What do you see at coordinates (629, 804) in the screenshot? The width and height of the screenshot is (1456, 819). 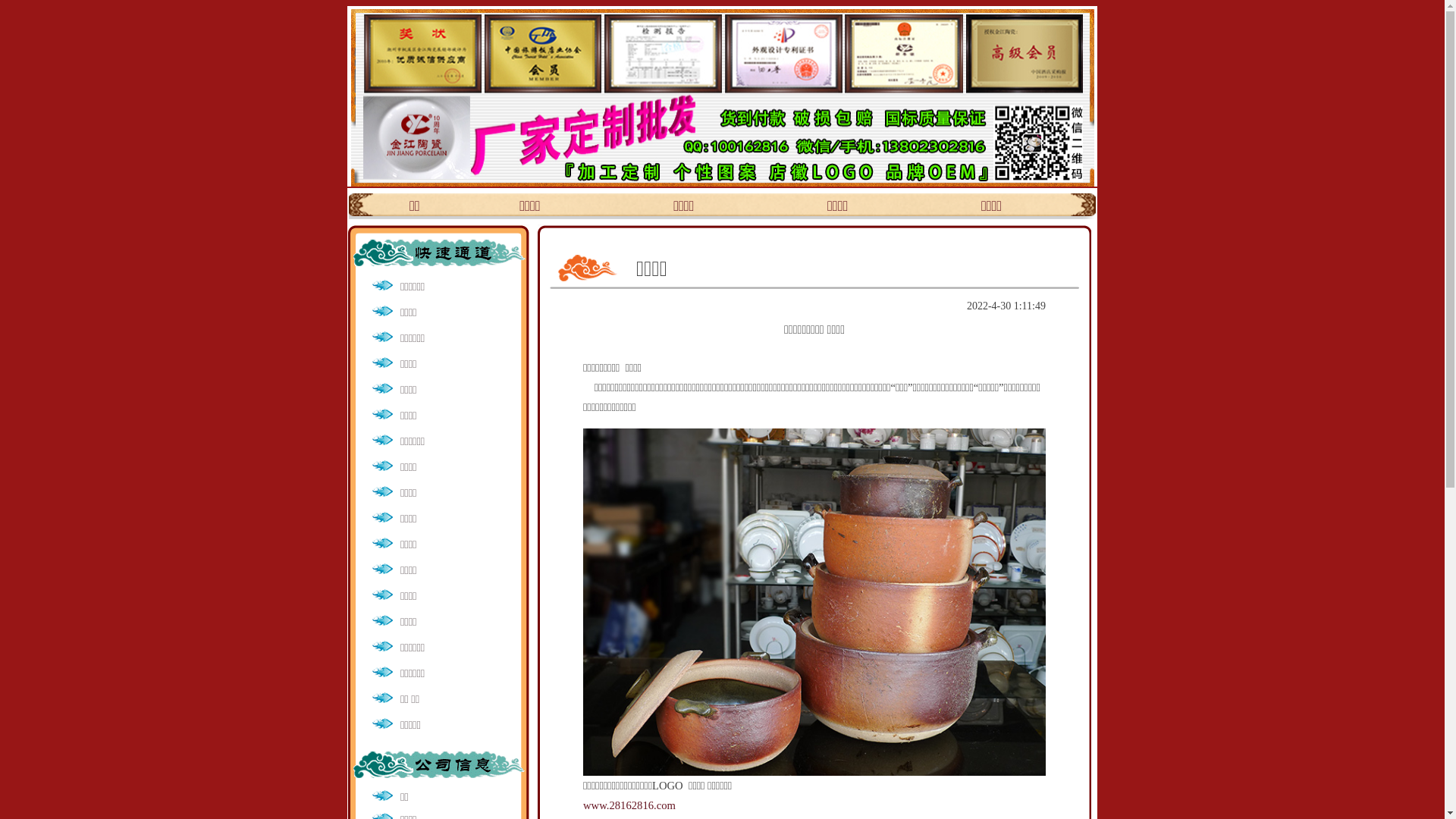 I see `'www.28162816.com'` at bounding box center [629, 804].